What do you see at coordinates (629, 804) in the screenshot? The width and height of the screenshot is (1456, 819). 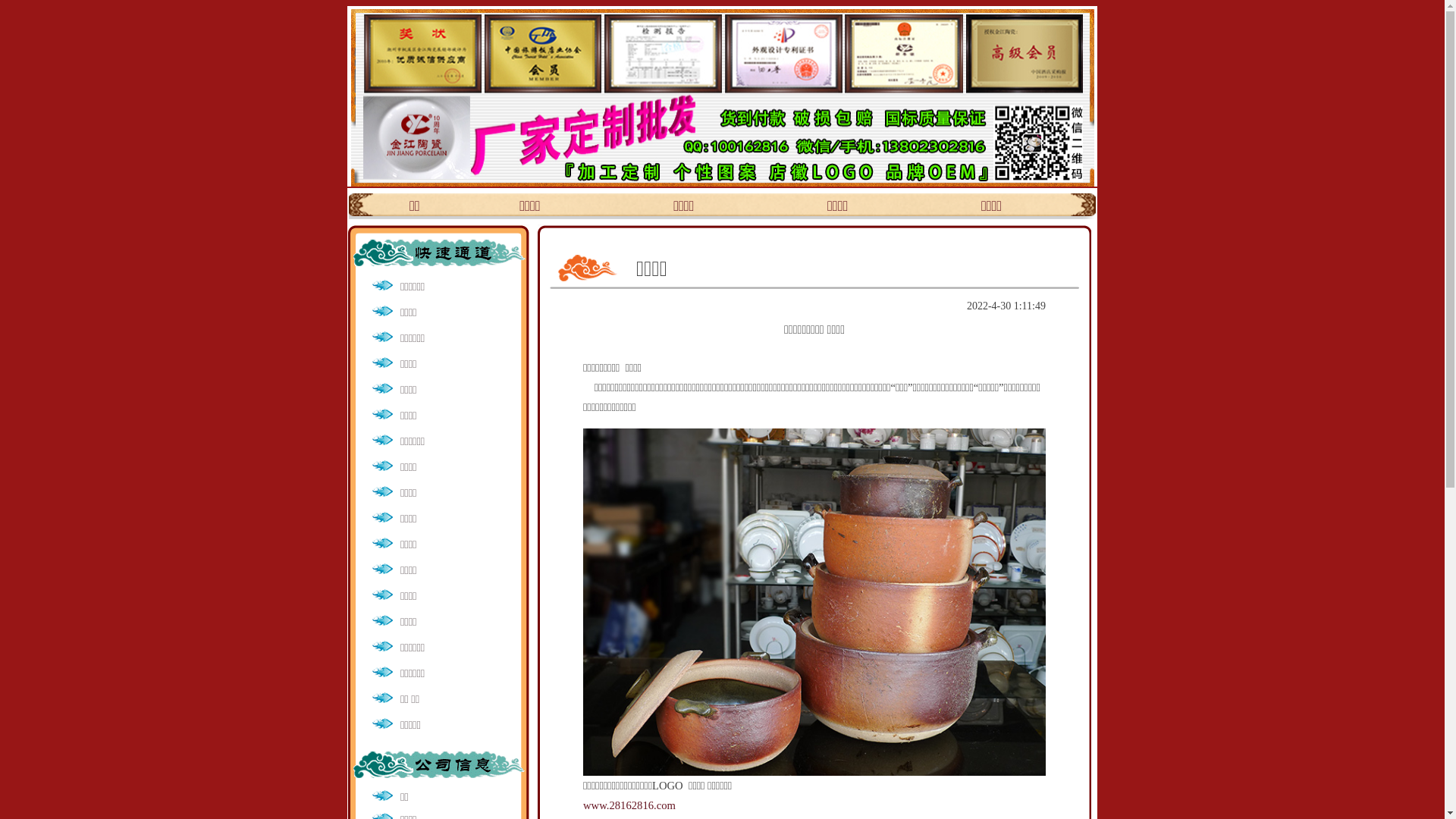 I see `'www.28162816.com'` at bounding box center [629, 804].